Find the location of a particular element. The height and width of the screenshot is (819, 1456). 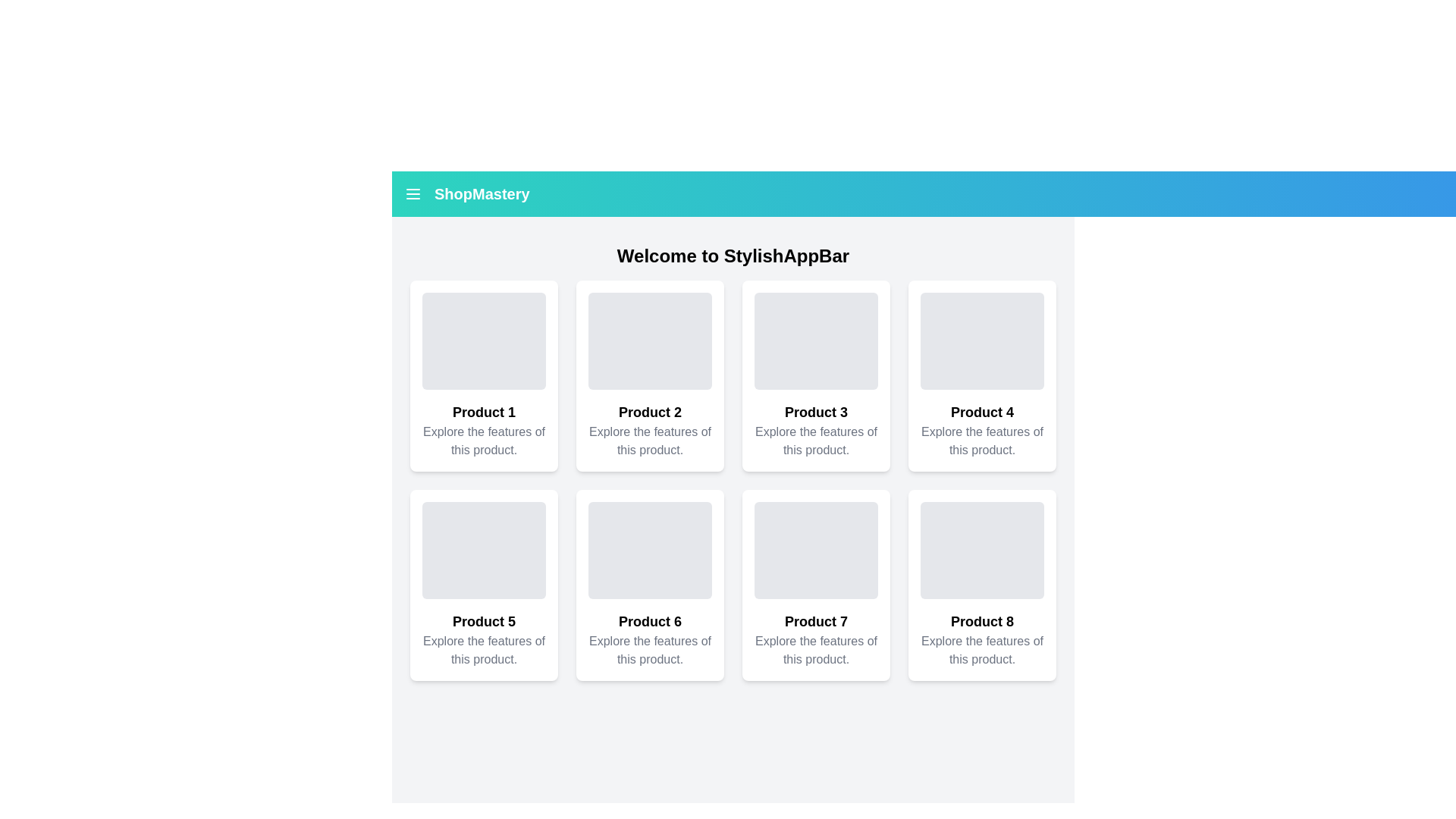

displayed text of the Text label that serves as the title for the product card of 'Product 1', located at the top of the textual content portion within the card is located at coordinates (483, 412).